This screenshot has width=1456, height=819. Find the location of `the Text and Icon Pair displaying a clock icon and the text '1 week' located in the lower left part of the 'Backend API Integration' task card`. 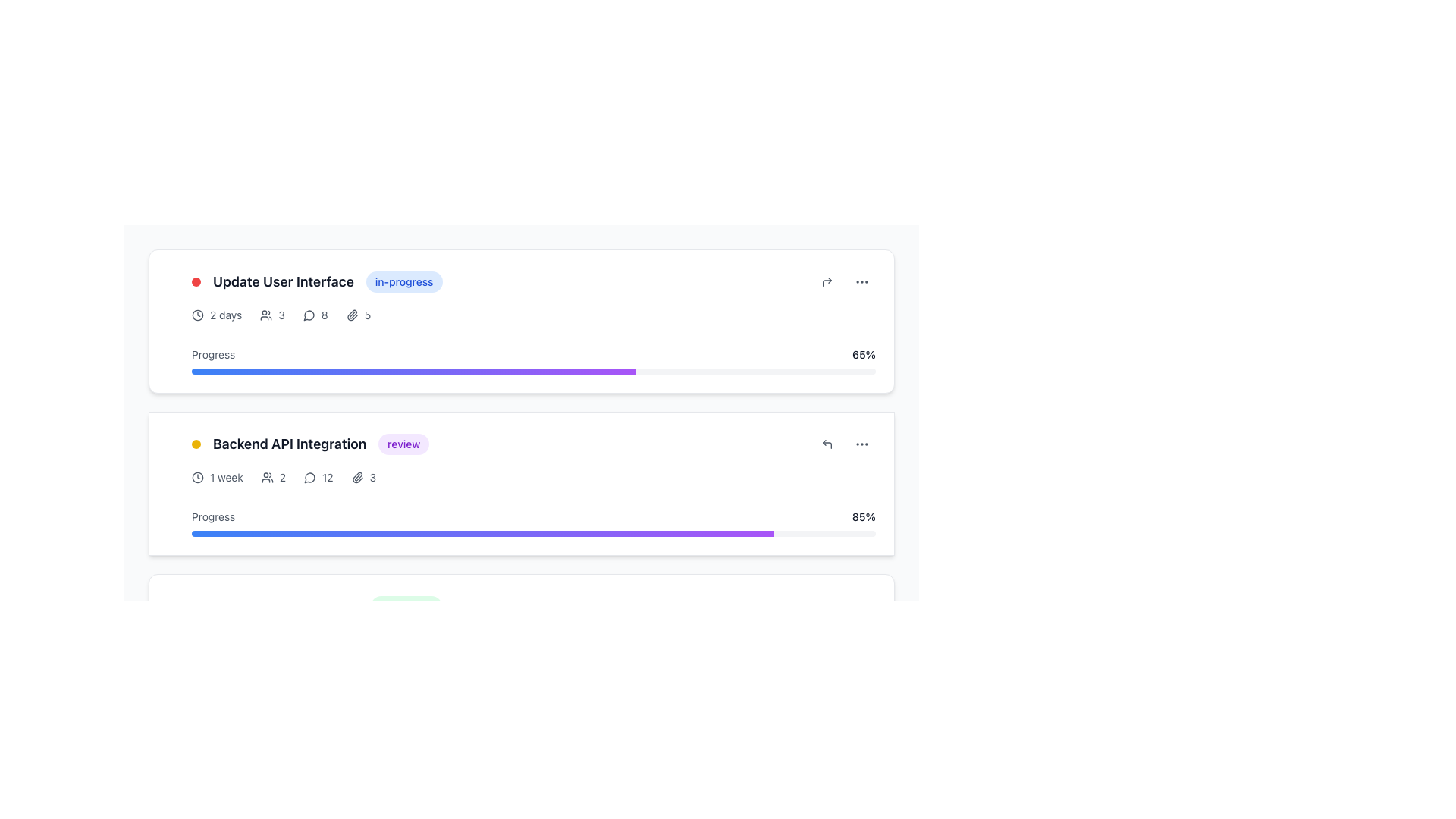

the Text and Icon Pair displaying a clock icon and the text '1 week' located in the lower left part of the 'Backend API Integration' task card is located at coordinates (216, 476).